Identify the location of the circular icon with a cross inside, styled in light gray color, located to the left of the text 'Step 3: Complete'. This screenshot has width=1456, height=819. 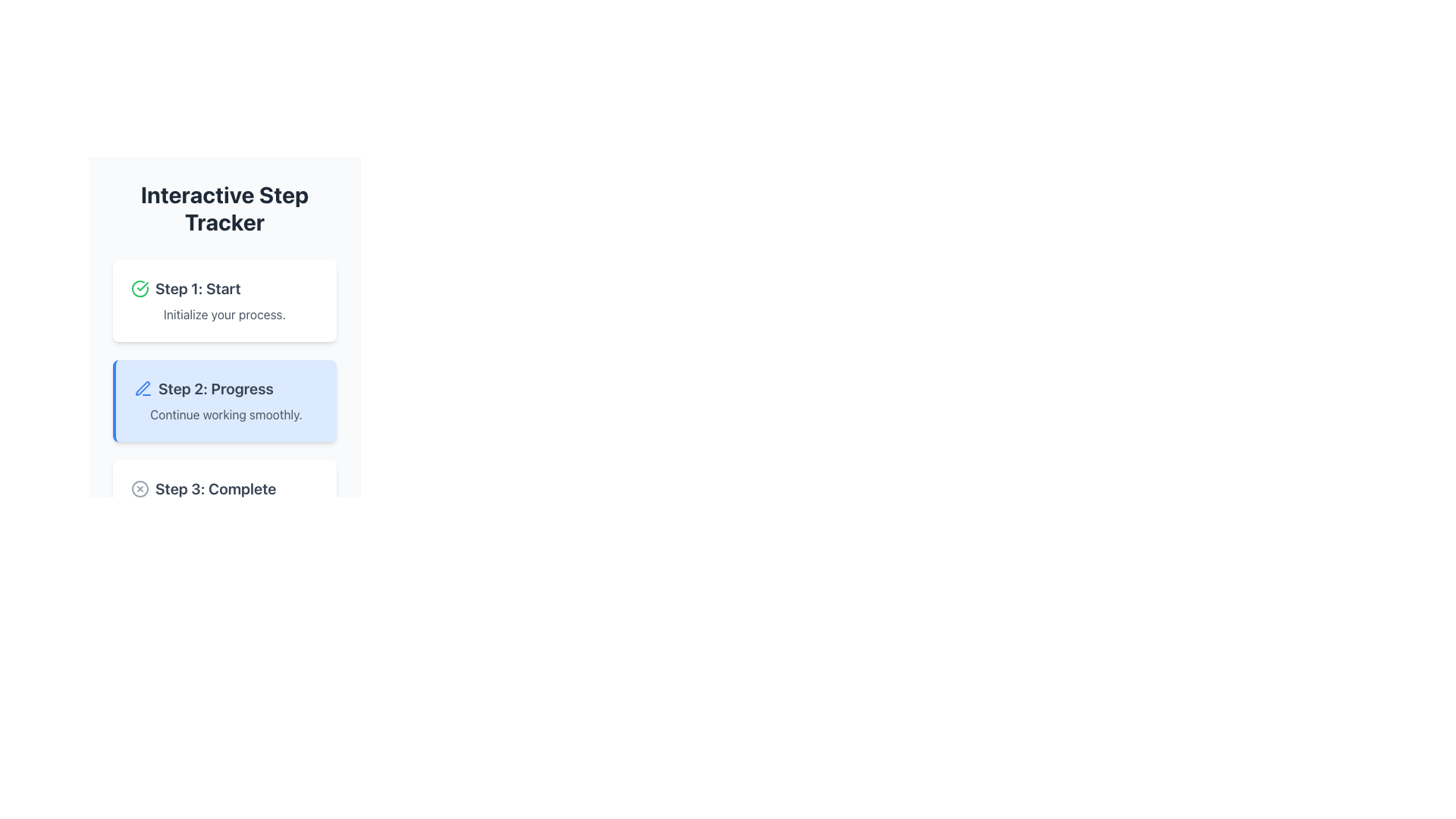
(140, 488).